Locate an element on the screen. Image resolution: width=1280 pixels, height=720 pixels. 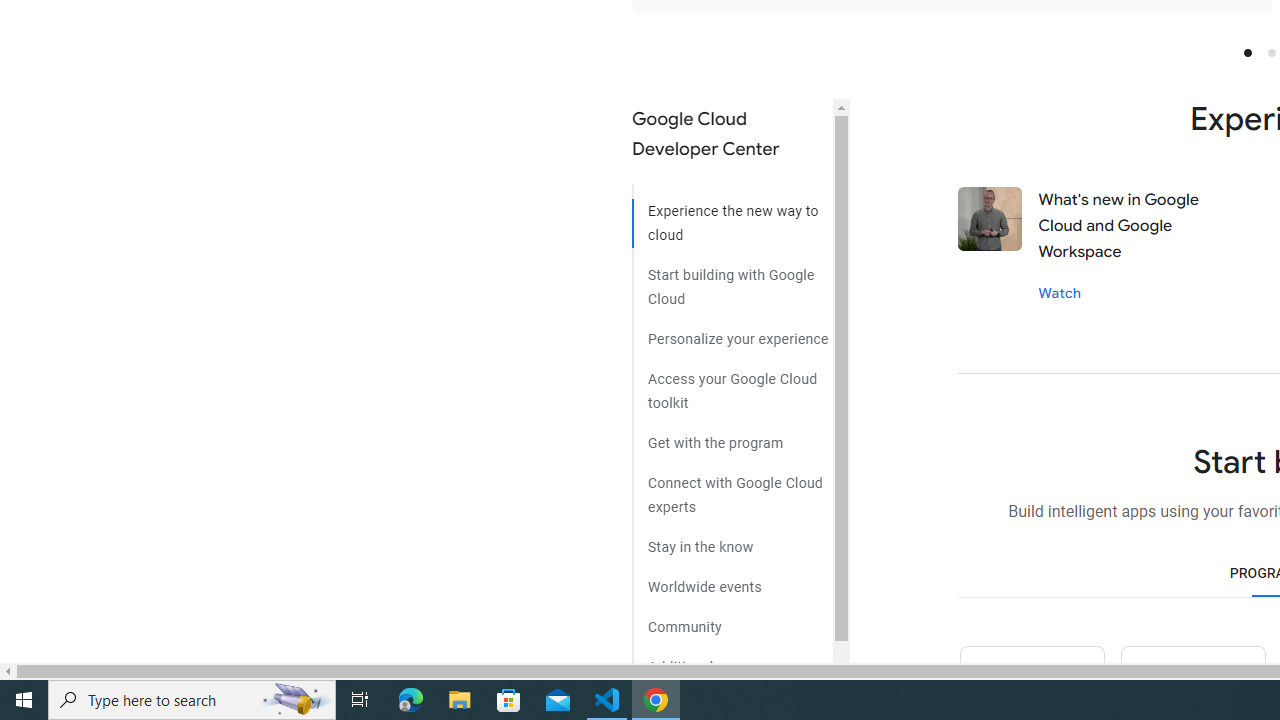
'Slide 2' is located at coordinates (1270, 51).